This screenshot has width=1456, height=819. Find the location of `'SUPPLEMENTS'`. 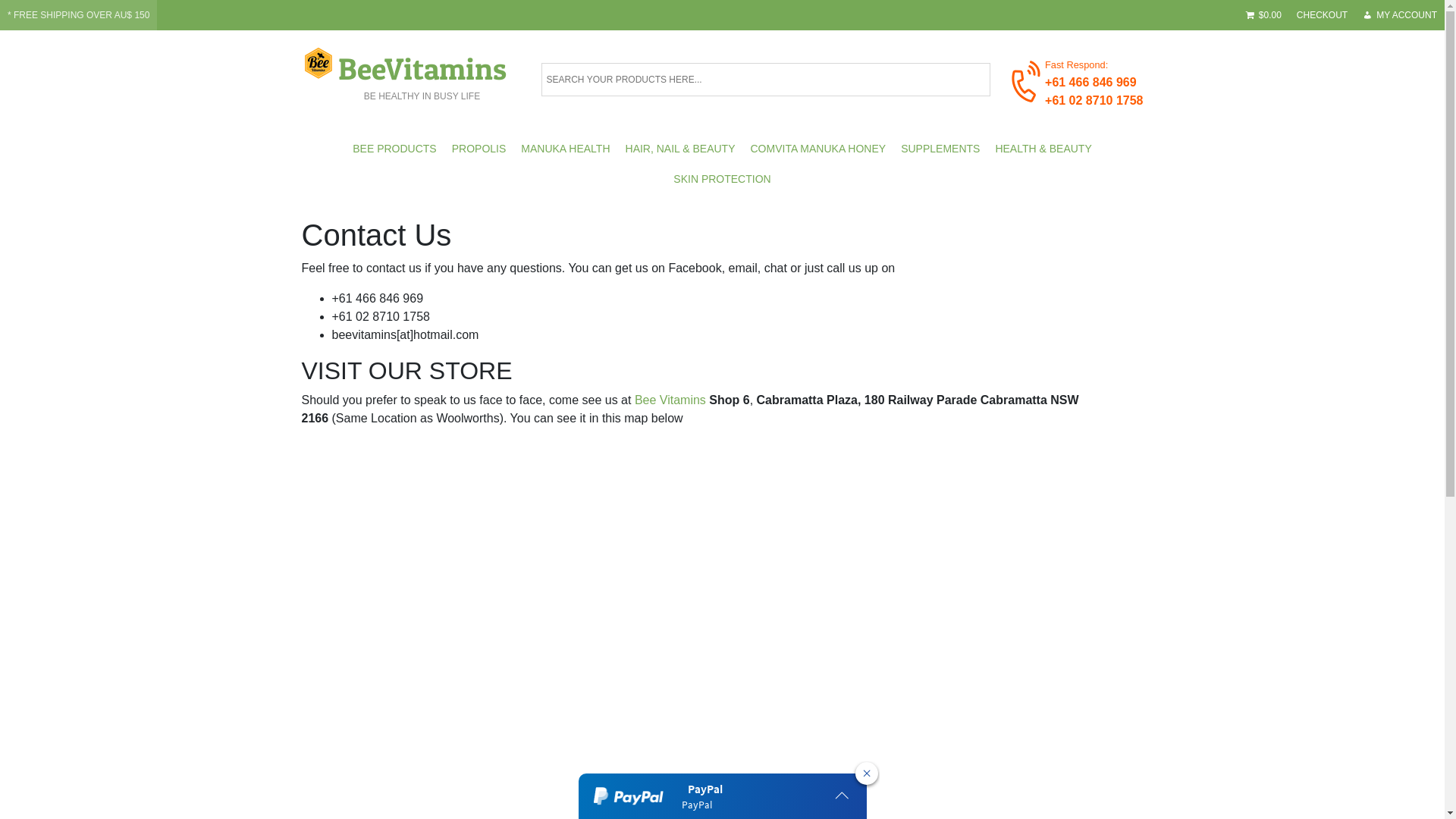

'SUPPLEMENTS' is located at coordinates (939, 149).